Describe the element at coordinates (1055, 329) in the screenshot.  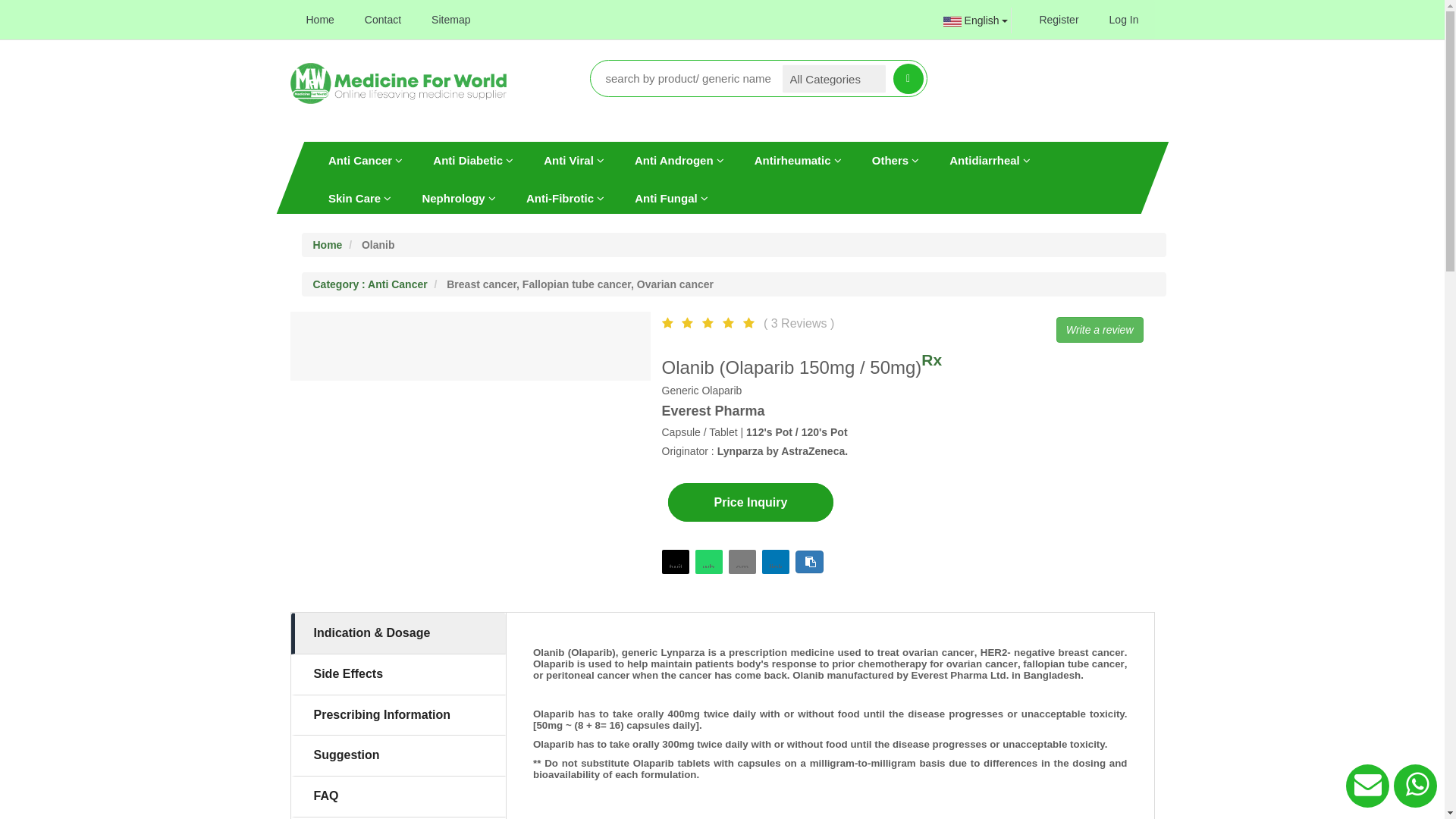
I see `'Write a review'` at that location.